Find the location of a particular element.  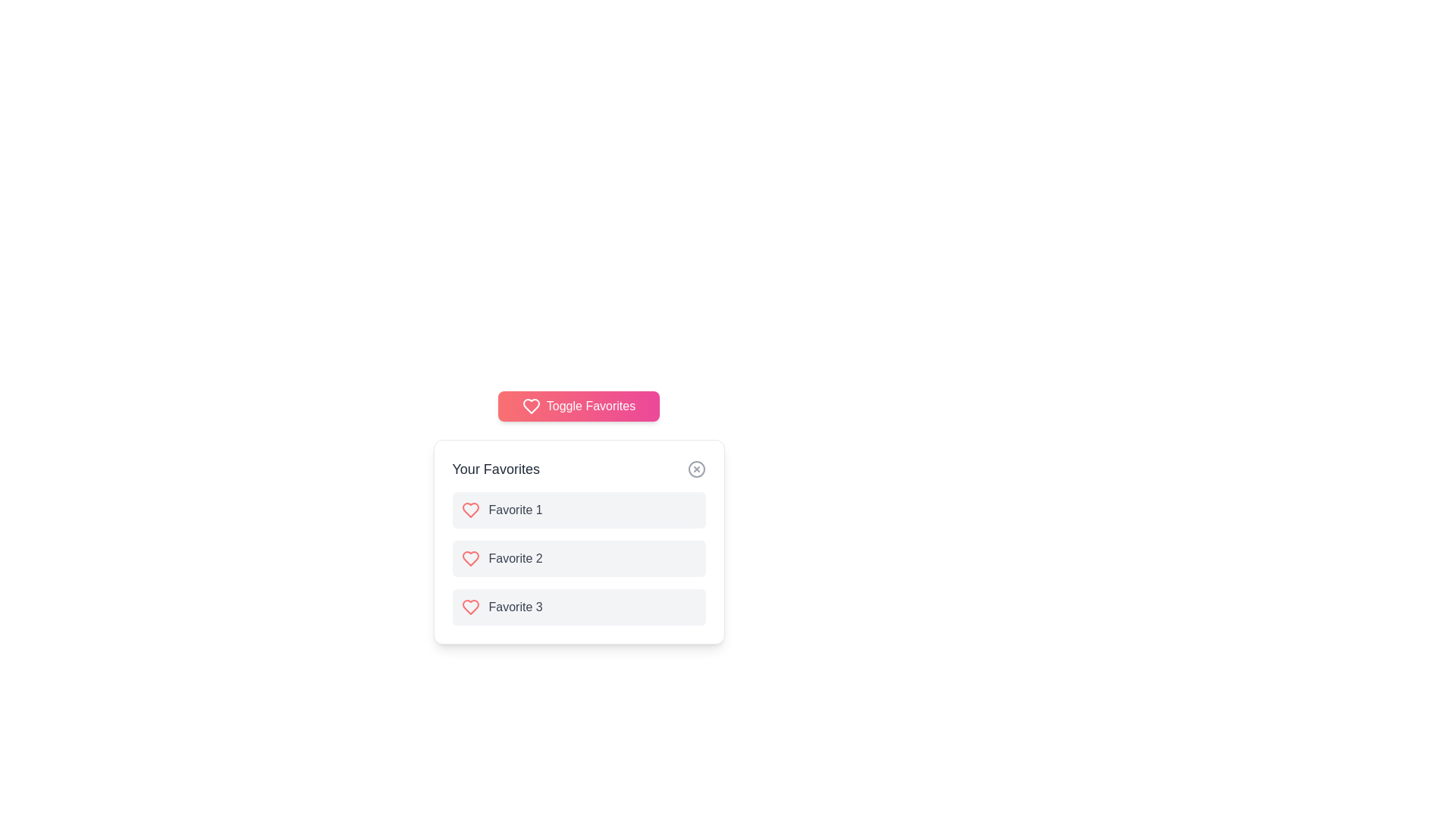

the Text label indicating the second favorite item in the 'Your Favorites' list located within the modal card labeled 'Your Favorites' is located at coordinates (516, 558).